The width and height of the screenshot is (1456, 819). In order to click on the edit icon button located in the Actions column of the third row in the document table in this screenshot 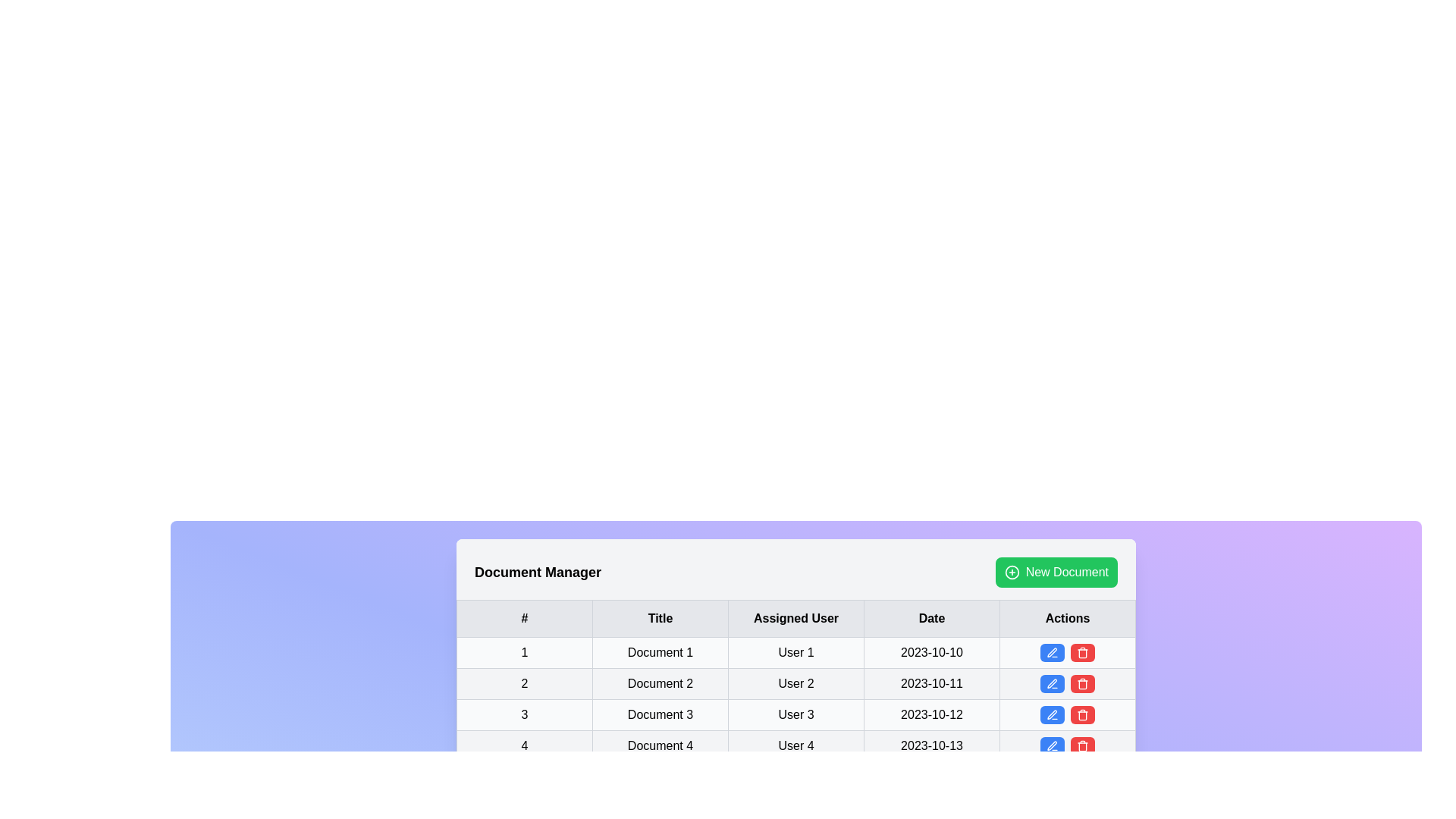, I will do `click(1051, 714)`.